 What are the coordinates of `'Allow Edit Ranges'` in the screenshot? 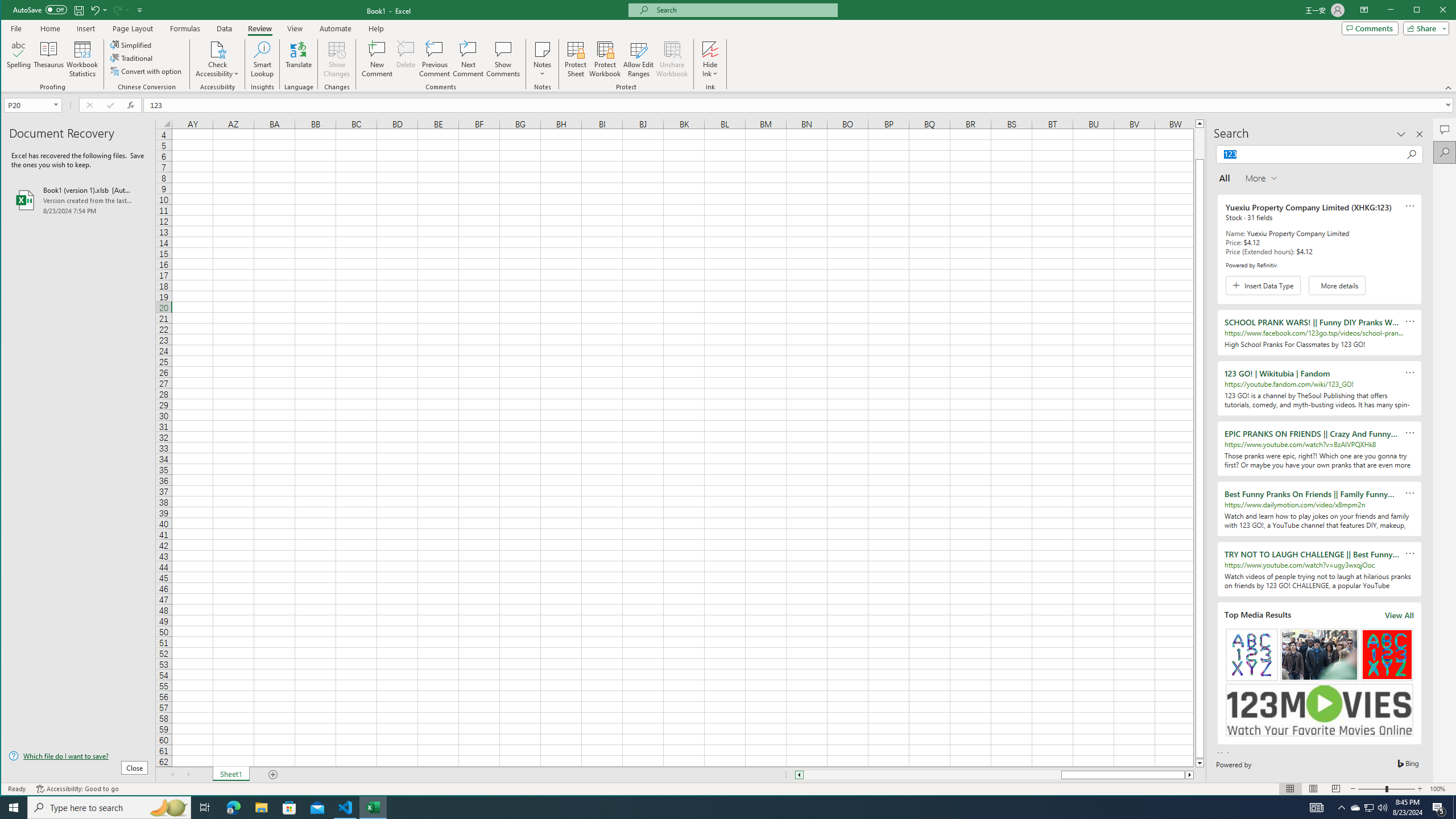 It's located at (638, 59).